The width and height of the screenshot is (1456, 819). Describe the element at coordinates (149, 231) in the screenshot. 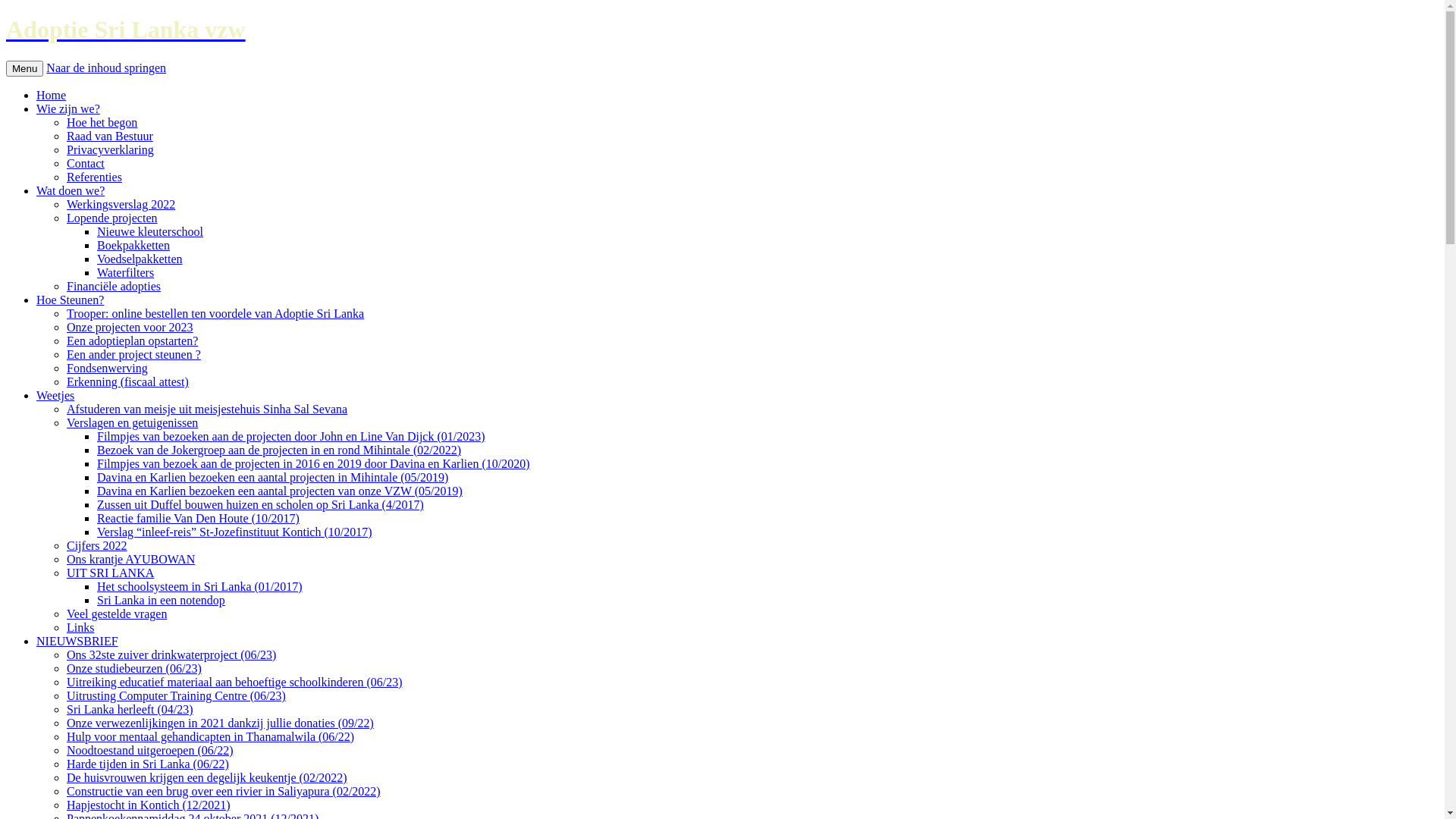

I see `'Nieuwe kleuterschool'` at that location.